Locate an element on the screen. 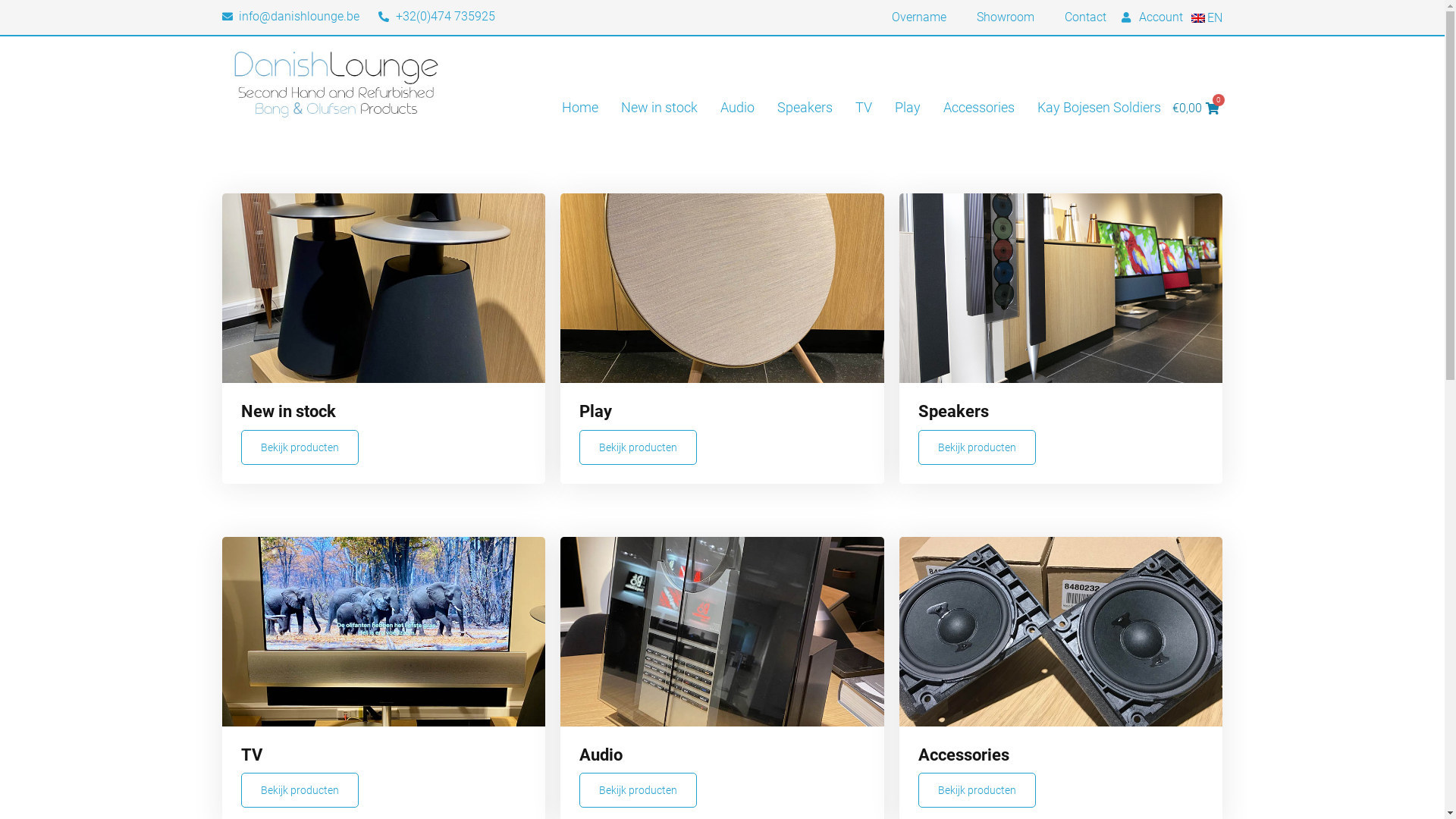  'Overname' is located at coordinates (918, 17).